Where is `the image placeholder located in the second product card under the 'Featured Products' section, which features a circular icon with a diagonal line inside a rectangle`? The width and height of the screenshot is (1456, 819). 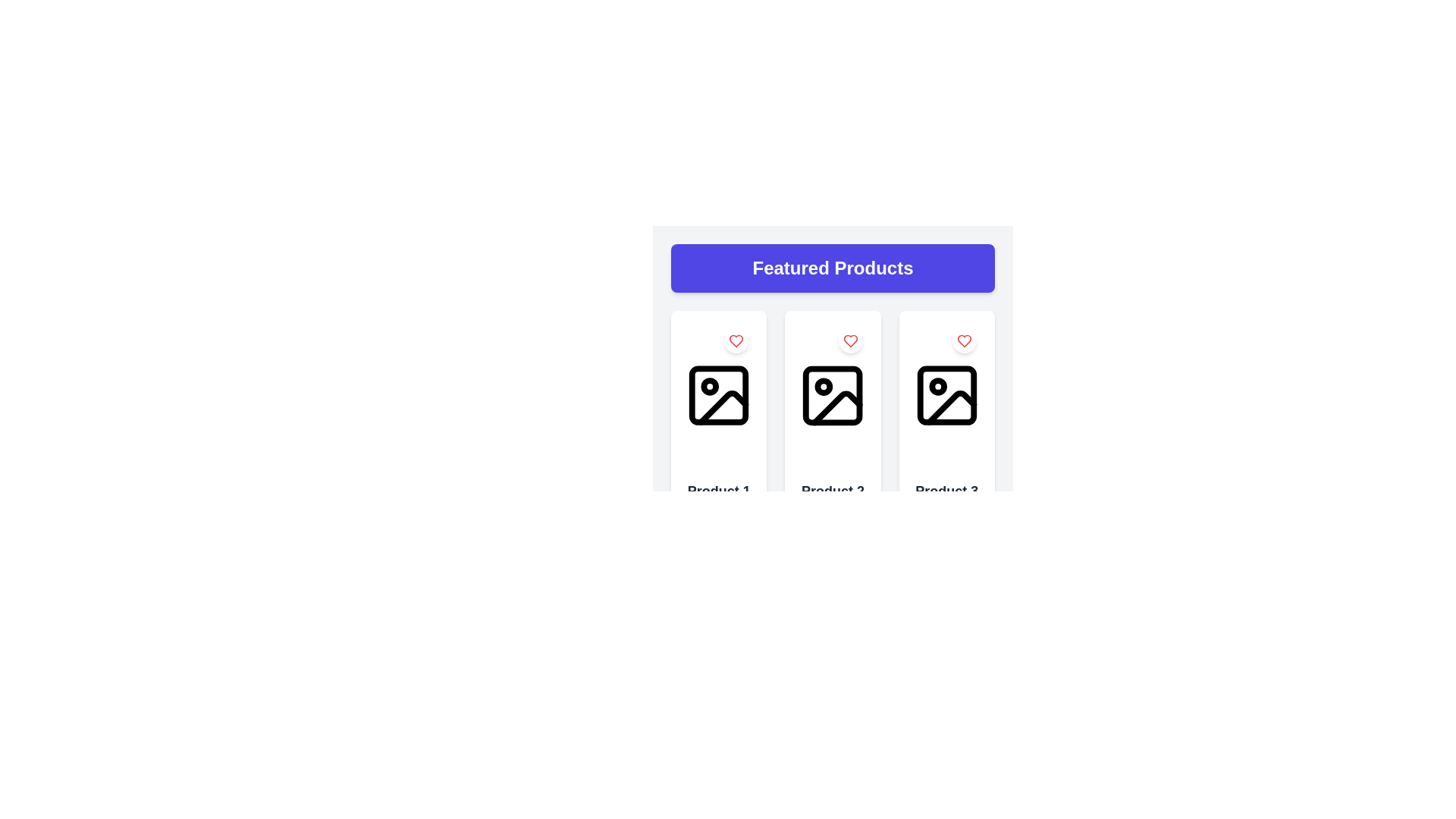 the image placeholder located in the second product card under the 'Featured Products' section, which features a circular icon with a diagonal line inside a rectangle is located at coordinates (832, 394).